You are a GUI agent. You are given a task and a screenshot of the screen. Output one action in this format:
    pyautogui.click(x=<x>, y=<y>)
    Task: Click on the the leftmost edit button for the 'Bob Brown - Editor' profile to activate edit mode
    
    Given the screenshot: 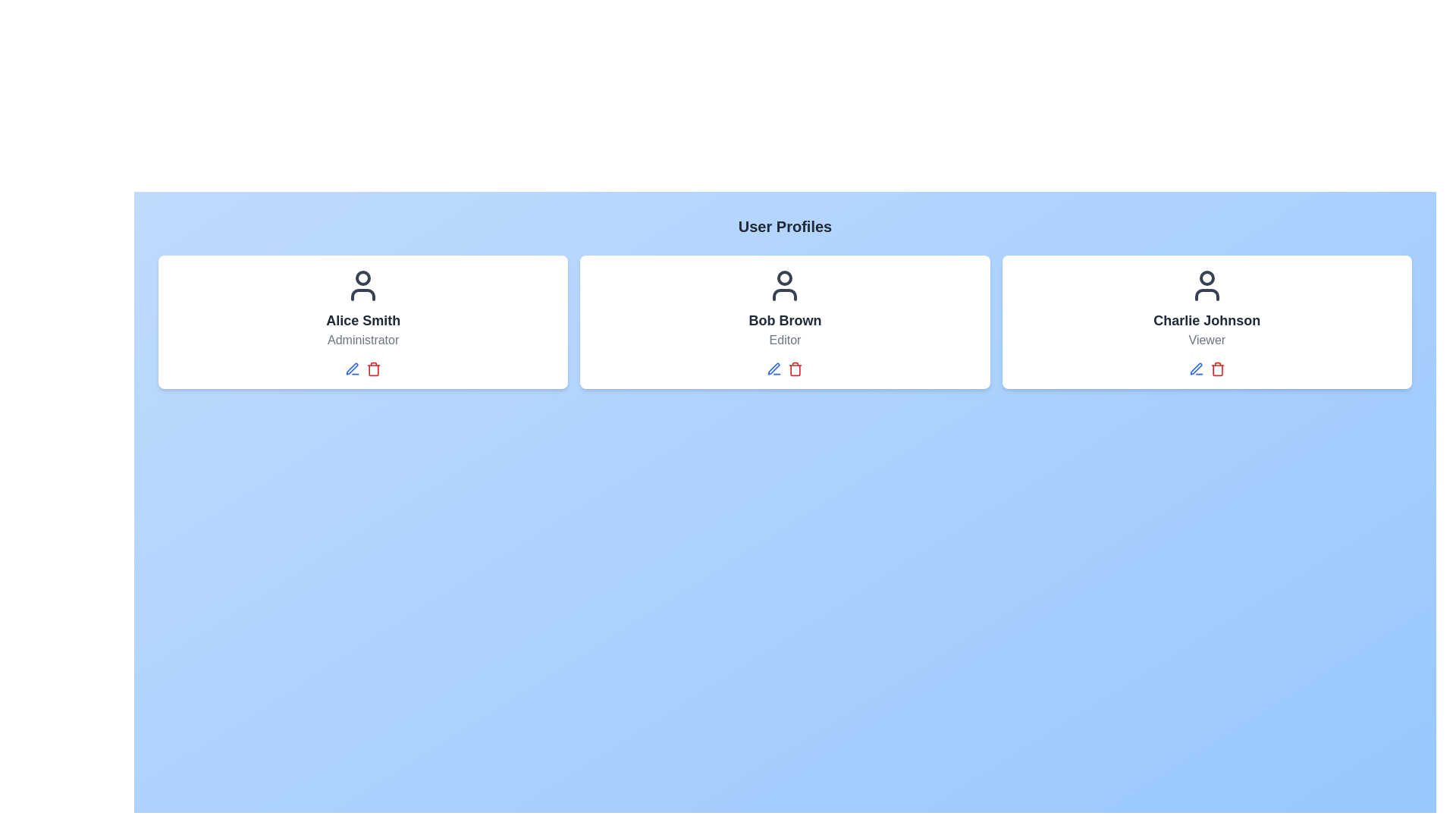 What is the action you would take?
    pyautogui.click(x=774, y=369)
    